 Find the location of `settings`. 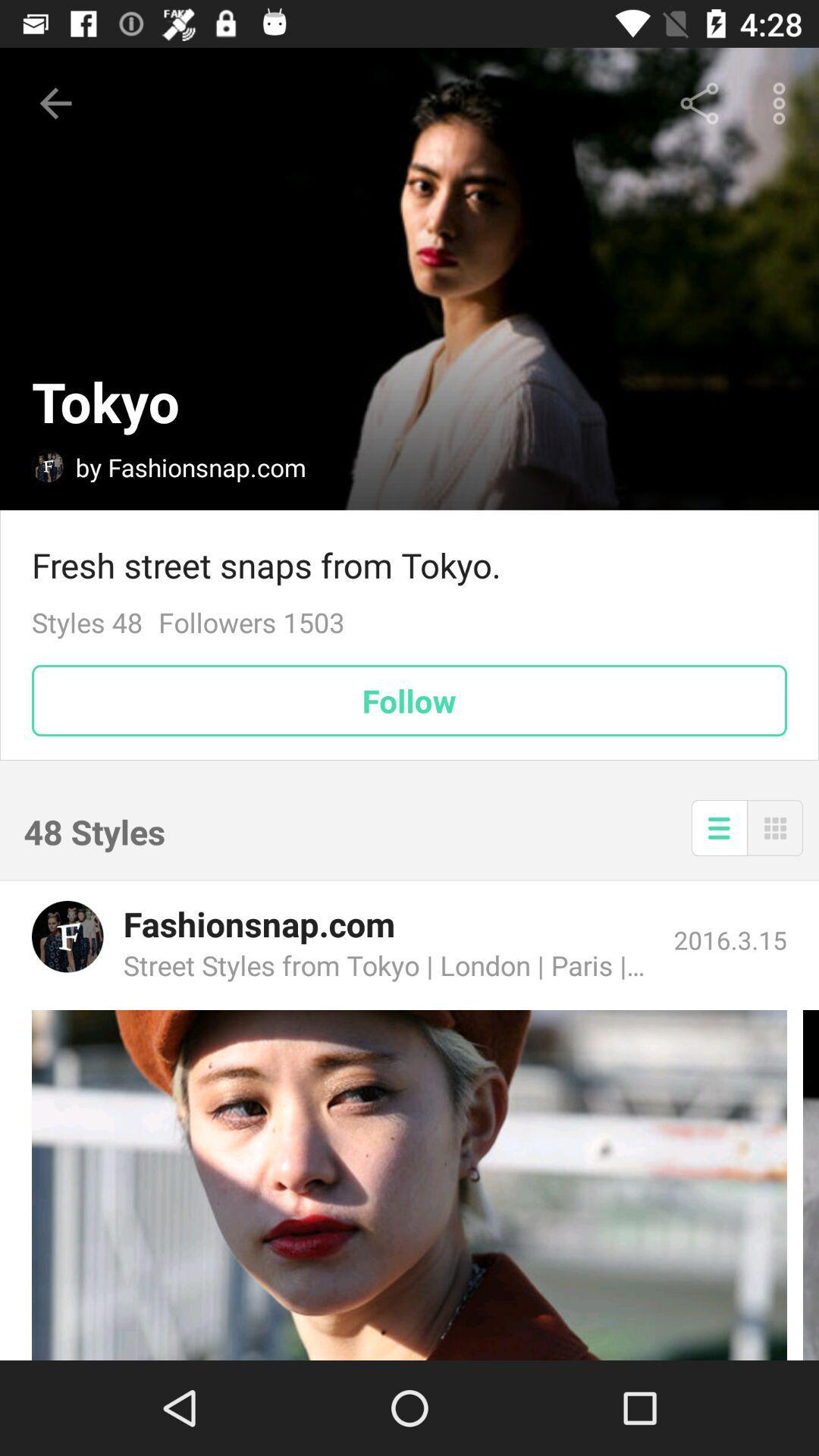

settings is located at coordinates (718, 827).